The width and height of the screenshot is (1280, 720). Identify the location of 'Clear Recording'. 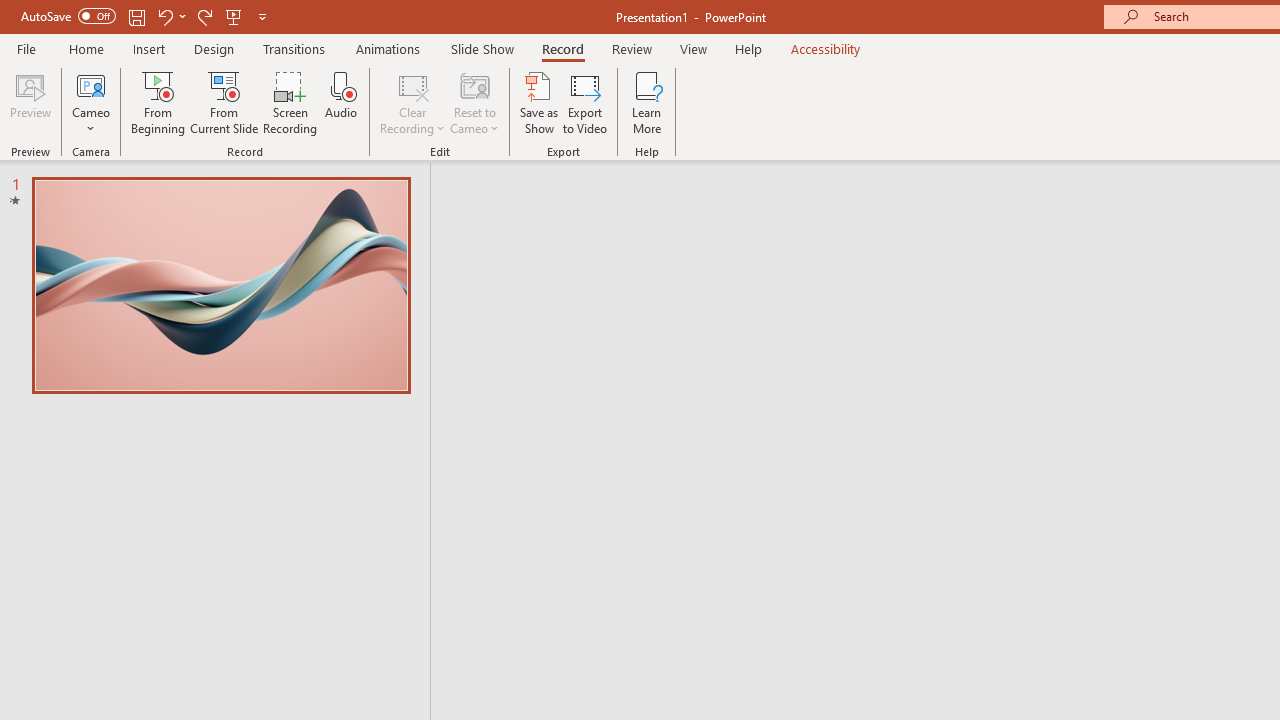
(411, 103).